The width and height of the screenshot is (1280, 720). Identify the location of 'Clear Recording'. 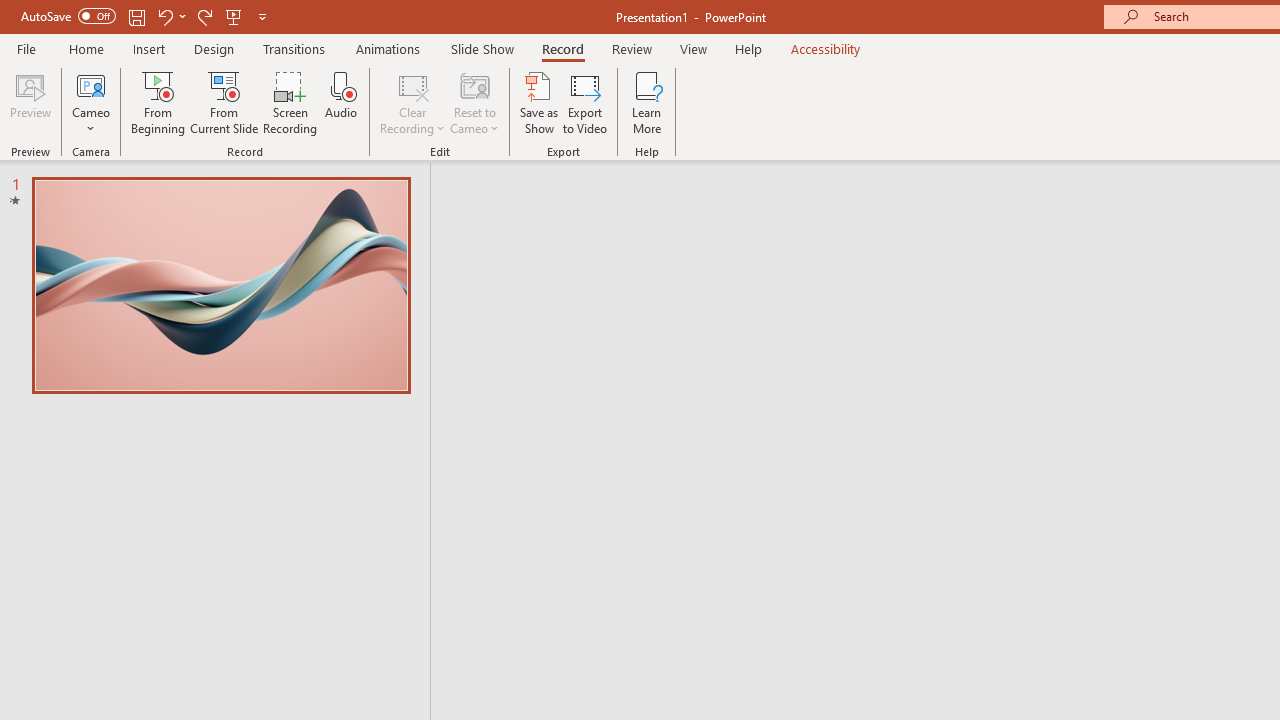
(411, 103).